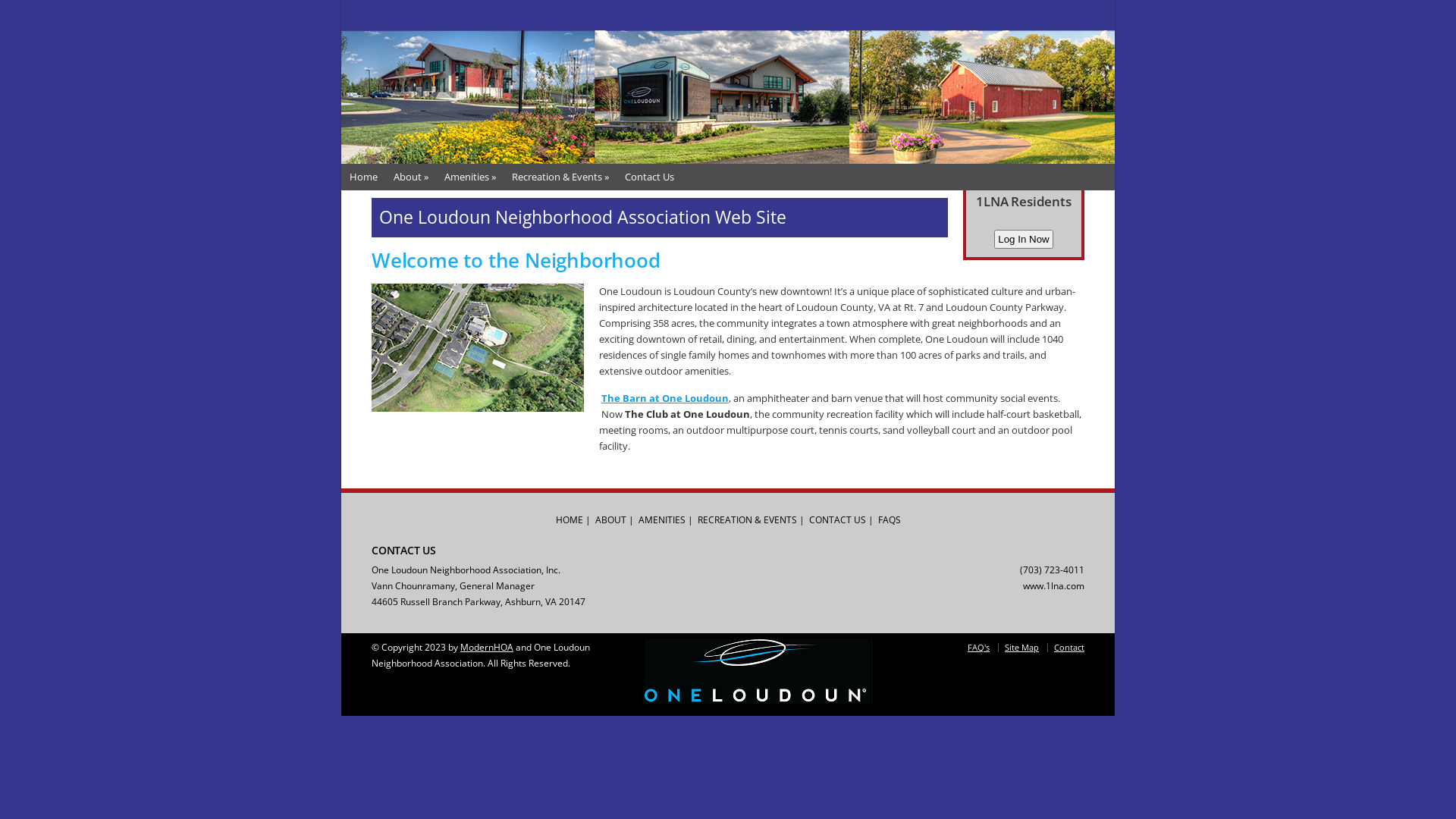 Image resolution: width=1456 pixels, height=819 pixels. I want to click on 'www.1lna.com', so click(1053, 585).